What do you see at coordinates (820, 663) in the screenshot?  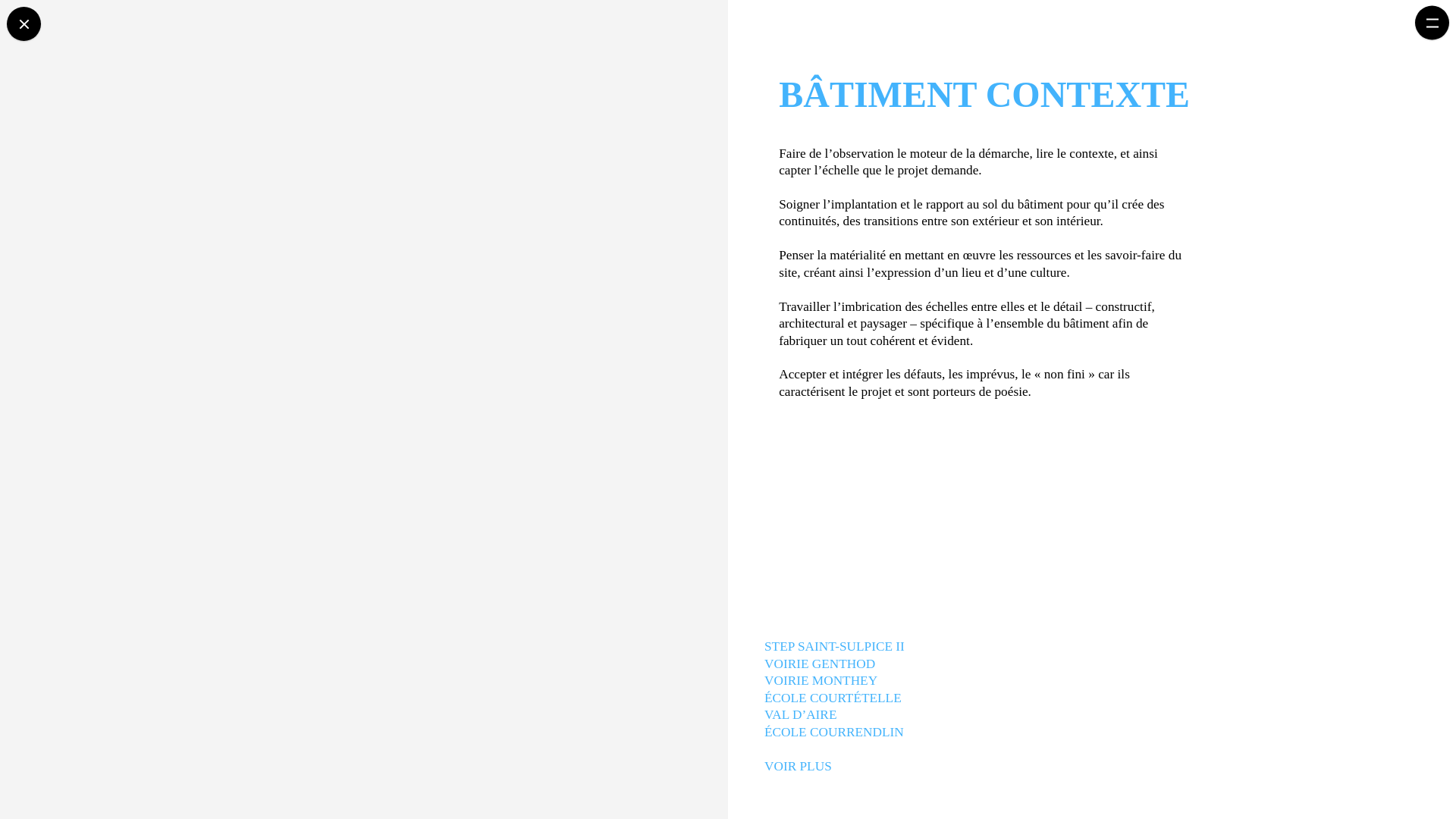 I see `'VOIRIE GENTHOD'` at bounding box center [820, 663].